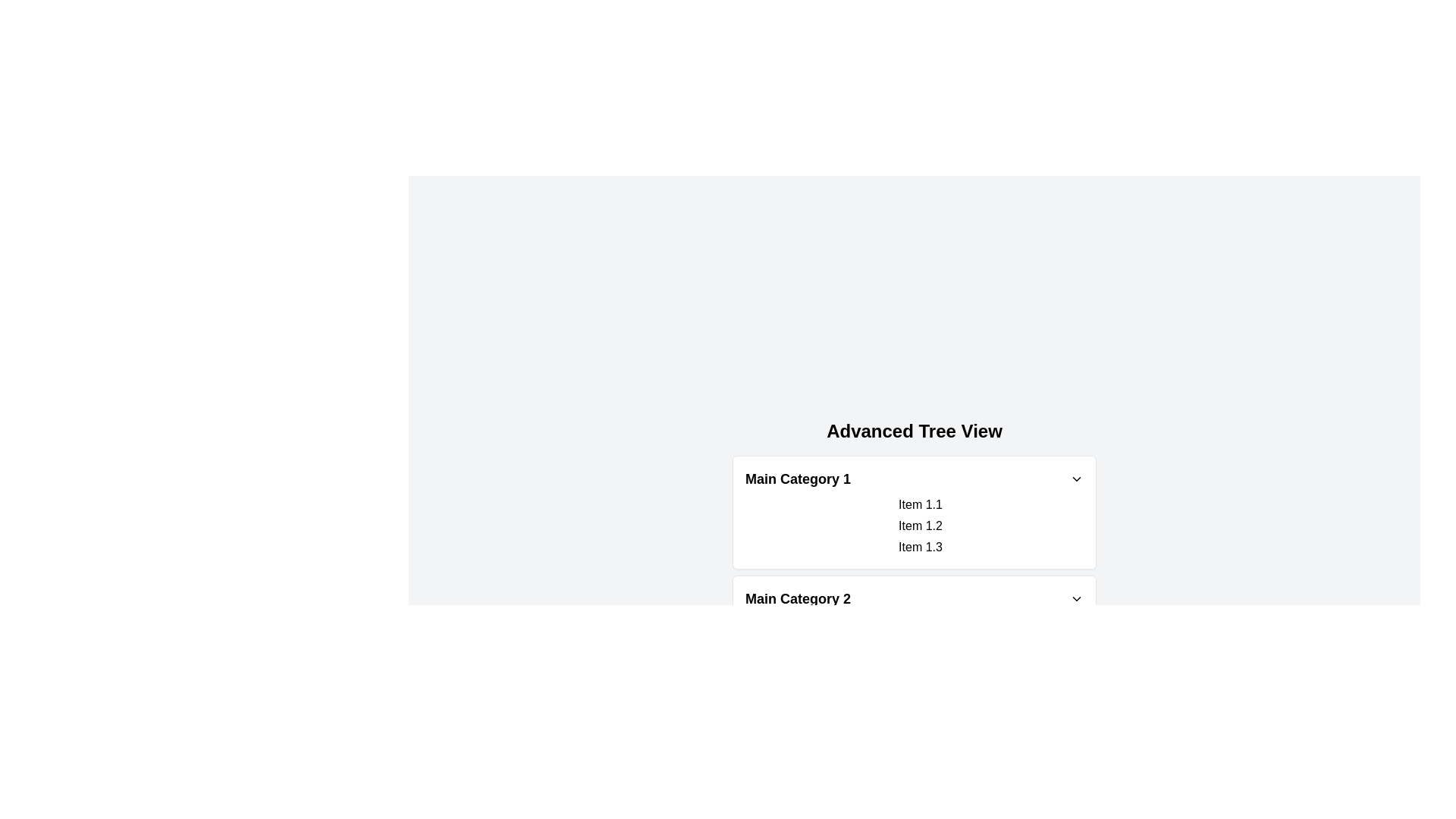  I want to click on the Text List element located under 'Main Category 1', which displays detailed options related to this category, so click(913, 526).